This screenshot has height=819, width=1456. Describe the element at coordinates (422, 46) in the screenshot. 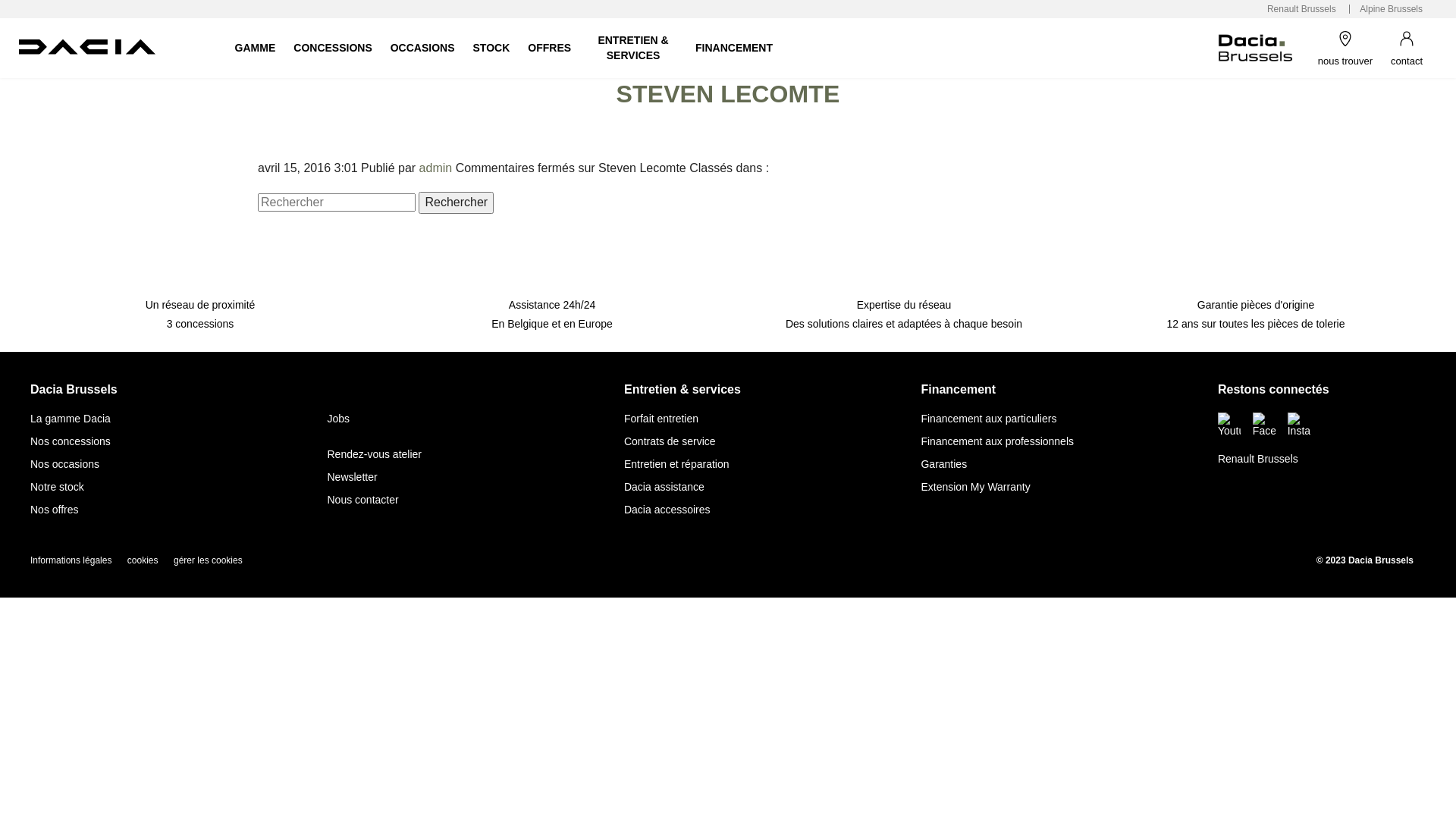

I see `'OCCASIONS'` at that location.